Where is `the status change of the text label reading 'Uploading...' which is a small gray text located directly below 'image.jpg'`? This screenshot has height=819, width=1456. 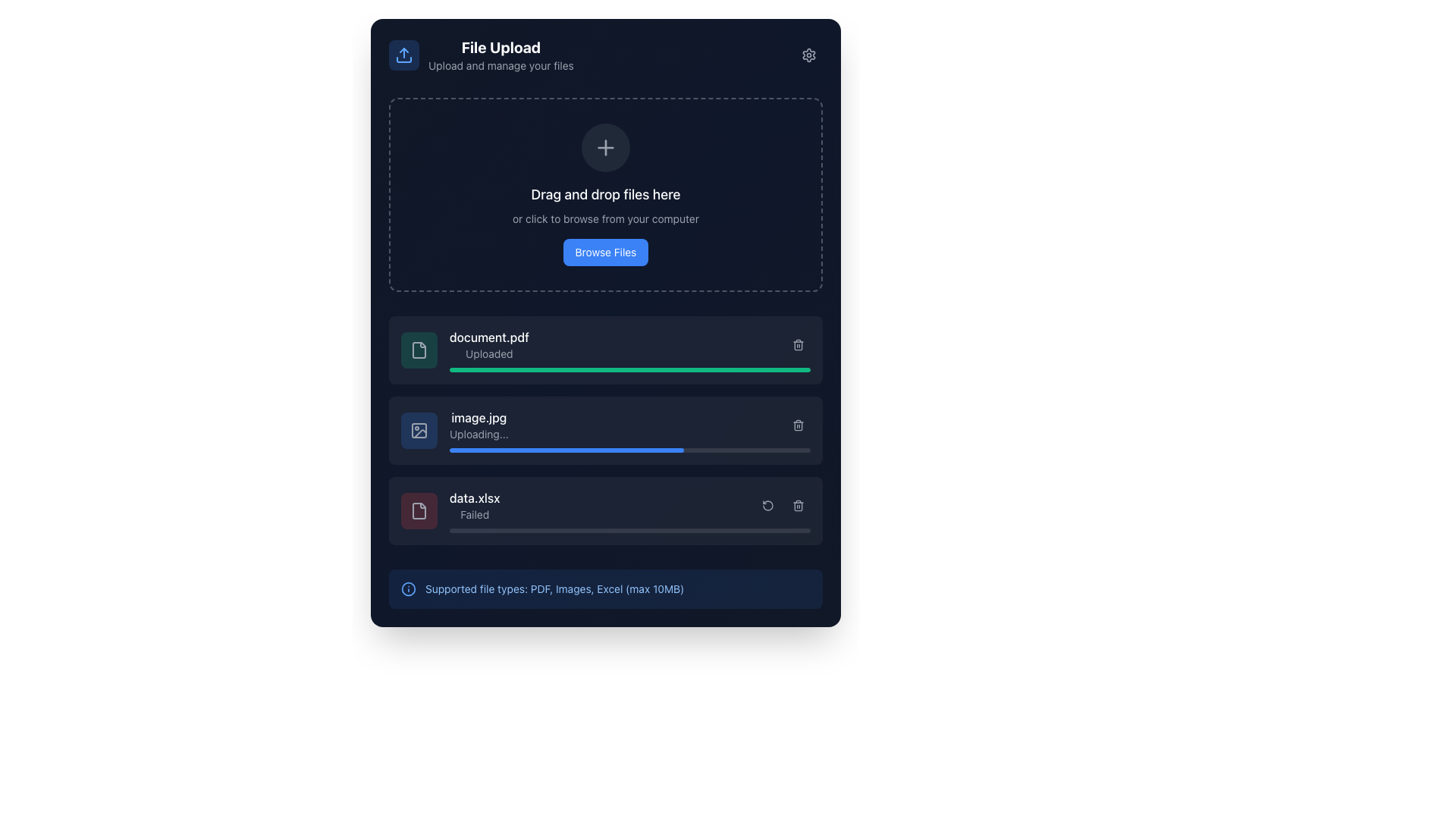
the status change of the text label reading 'Uploading...' which is a small gray text located directly below 'image.jpg' is located at coordinates (478, 435).